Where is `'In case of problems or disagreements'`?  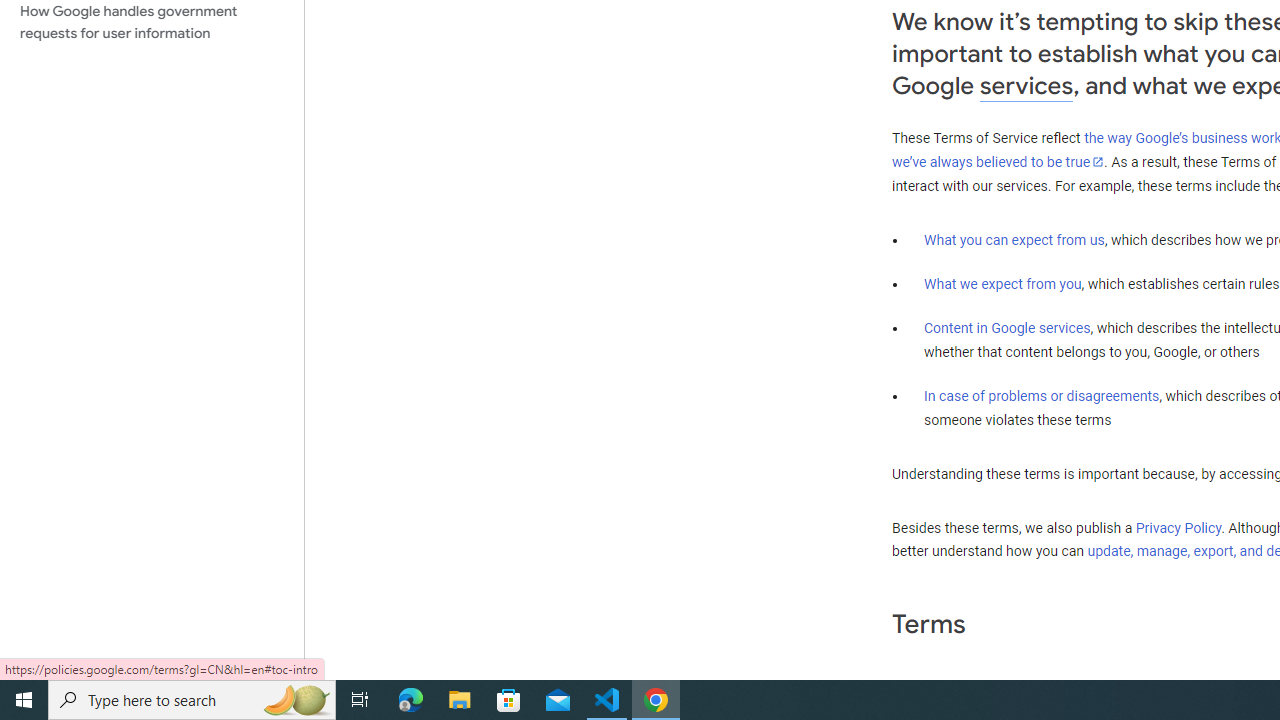 'In case of problems or disagreements' is located at coordinates (1040, 396).